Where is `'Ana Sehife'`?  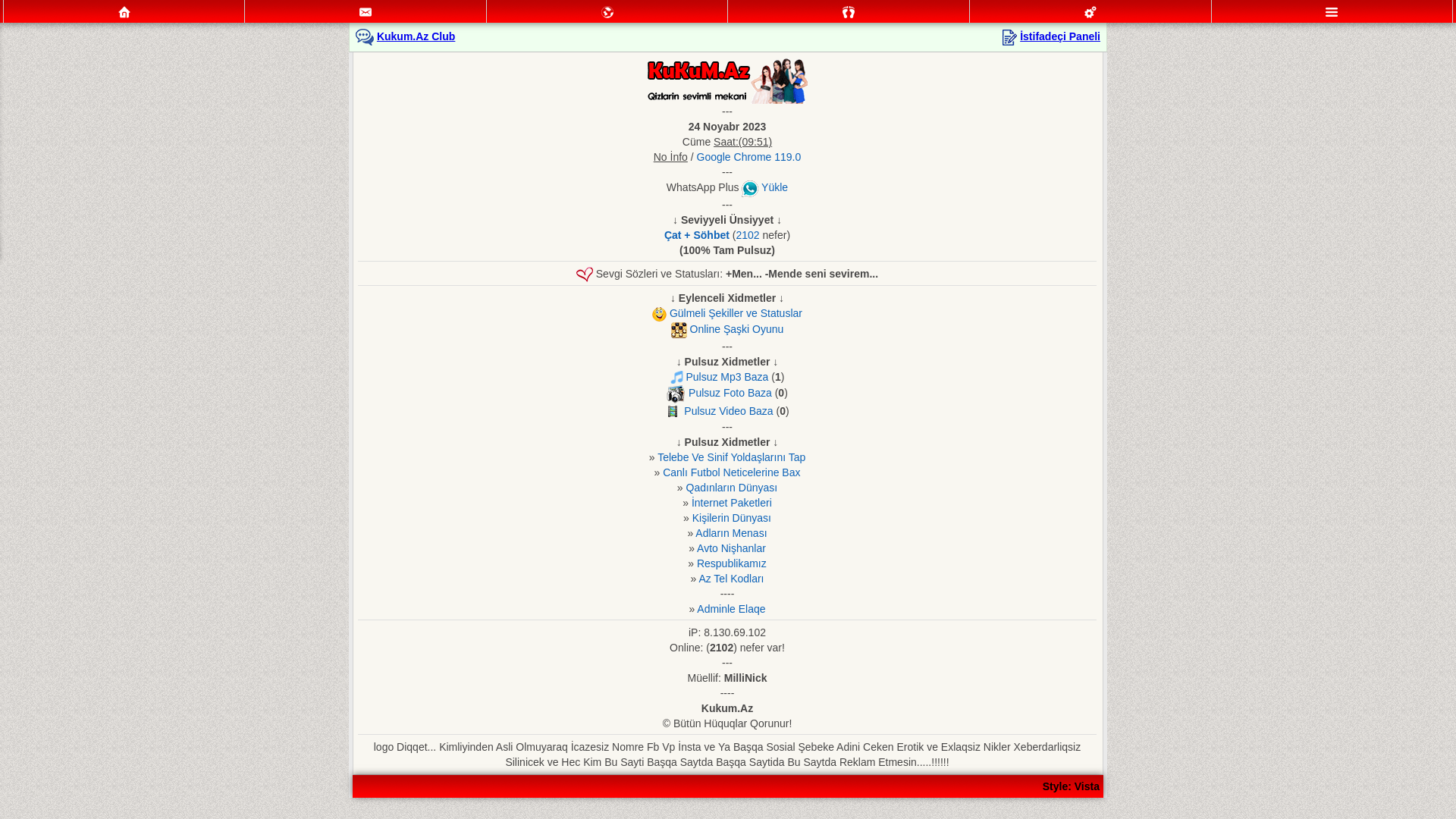
'Ana Sehife' is located at coordinates (124, 11).